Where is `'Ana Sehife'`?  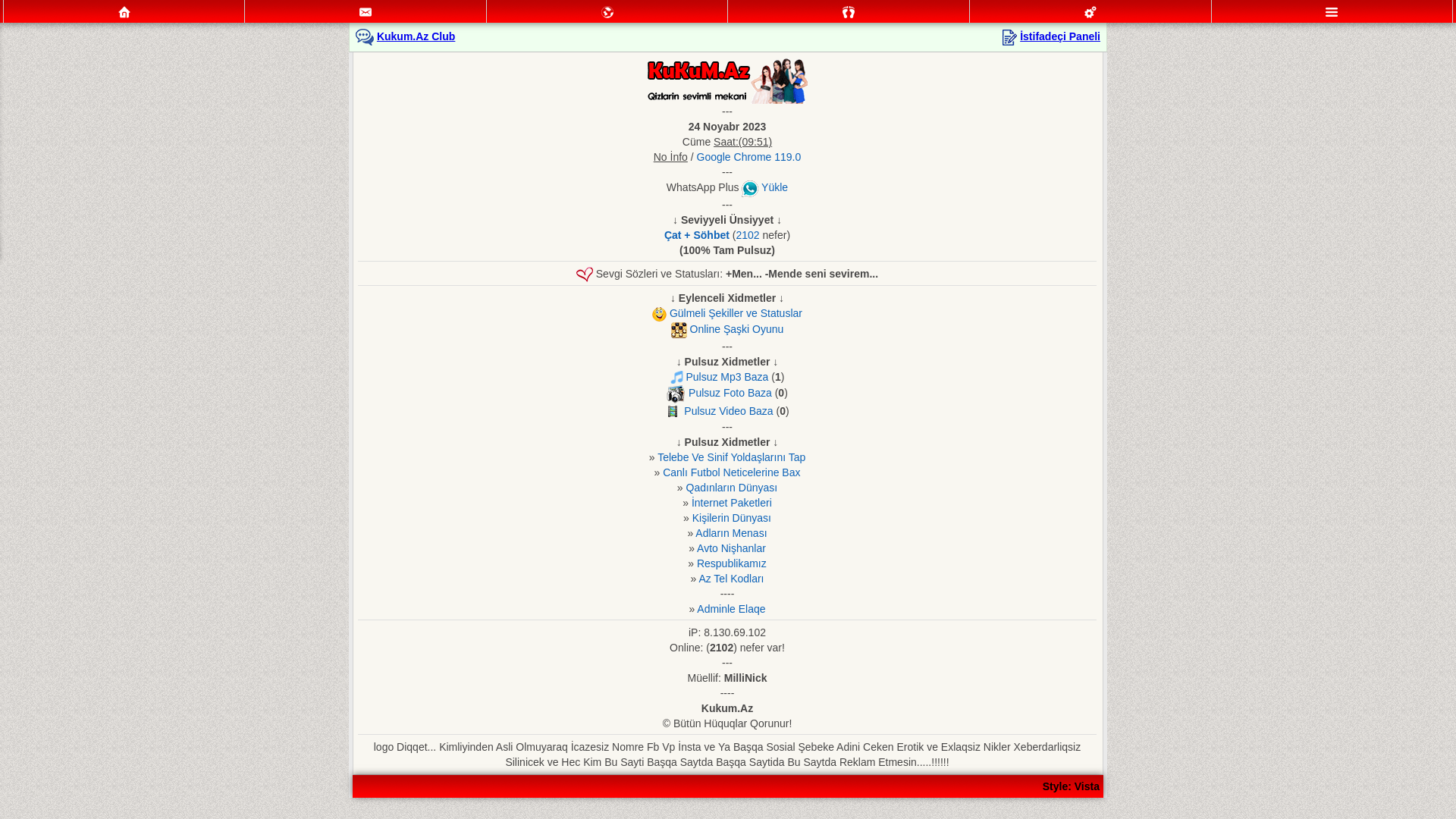
'Ana Sehife' is located at coordinates (124, 11).